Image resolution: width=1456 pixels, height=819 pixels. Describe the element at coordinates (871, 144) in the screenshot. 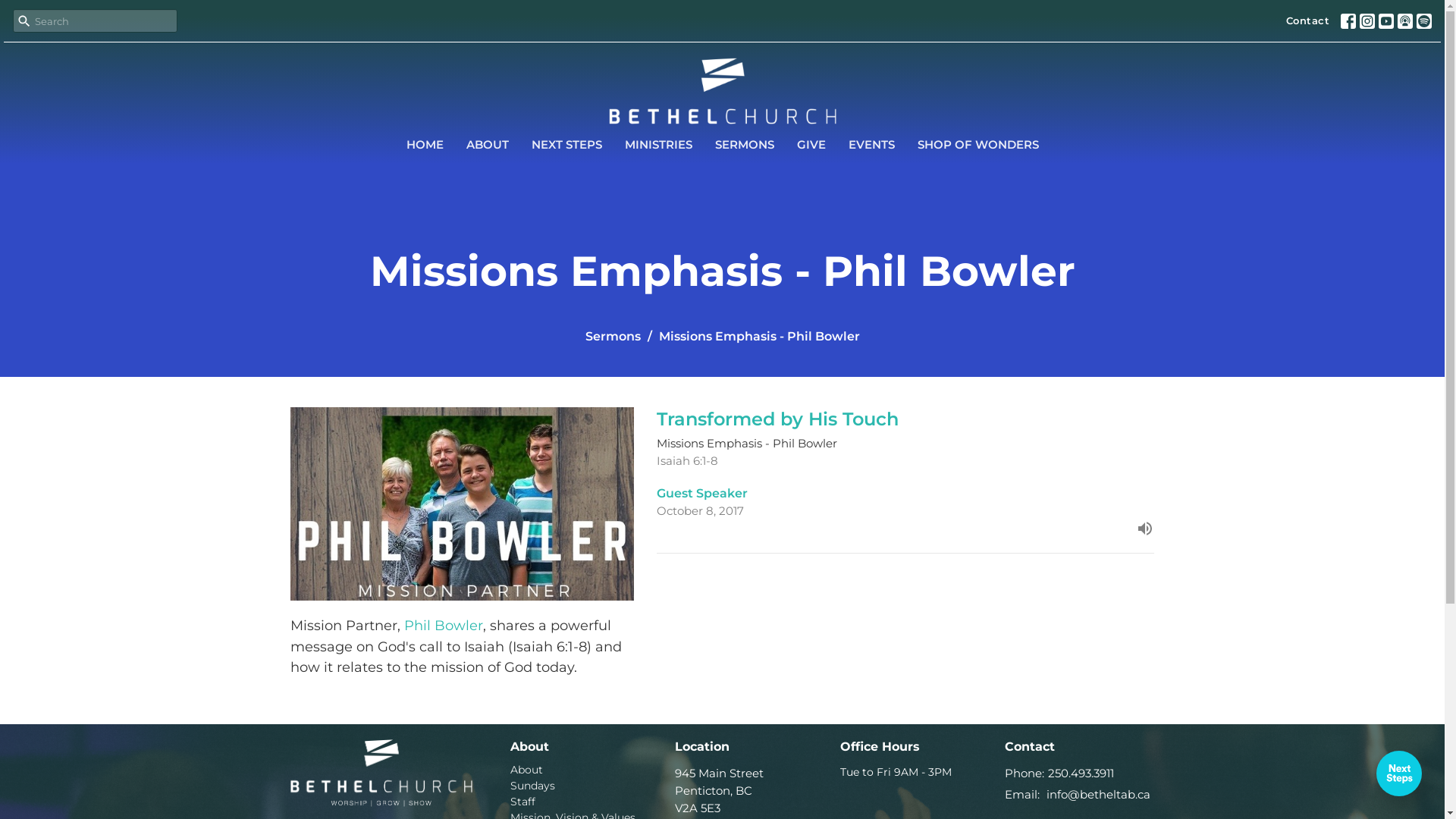

I see `'EVENTS'` at that location.